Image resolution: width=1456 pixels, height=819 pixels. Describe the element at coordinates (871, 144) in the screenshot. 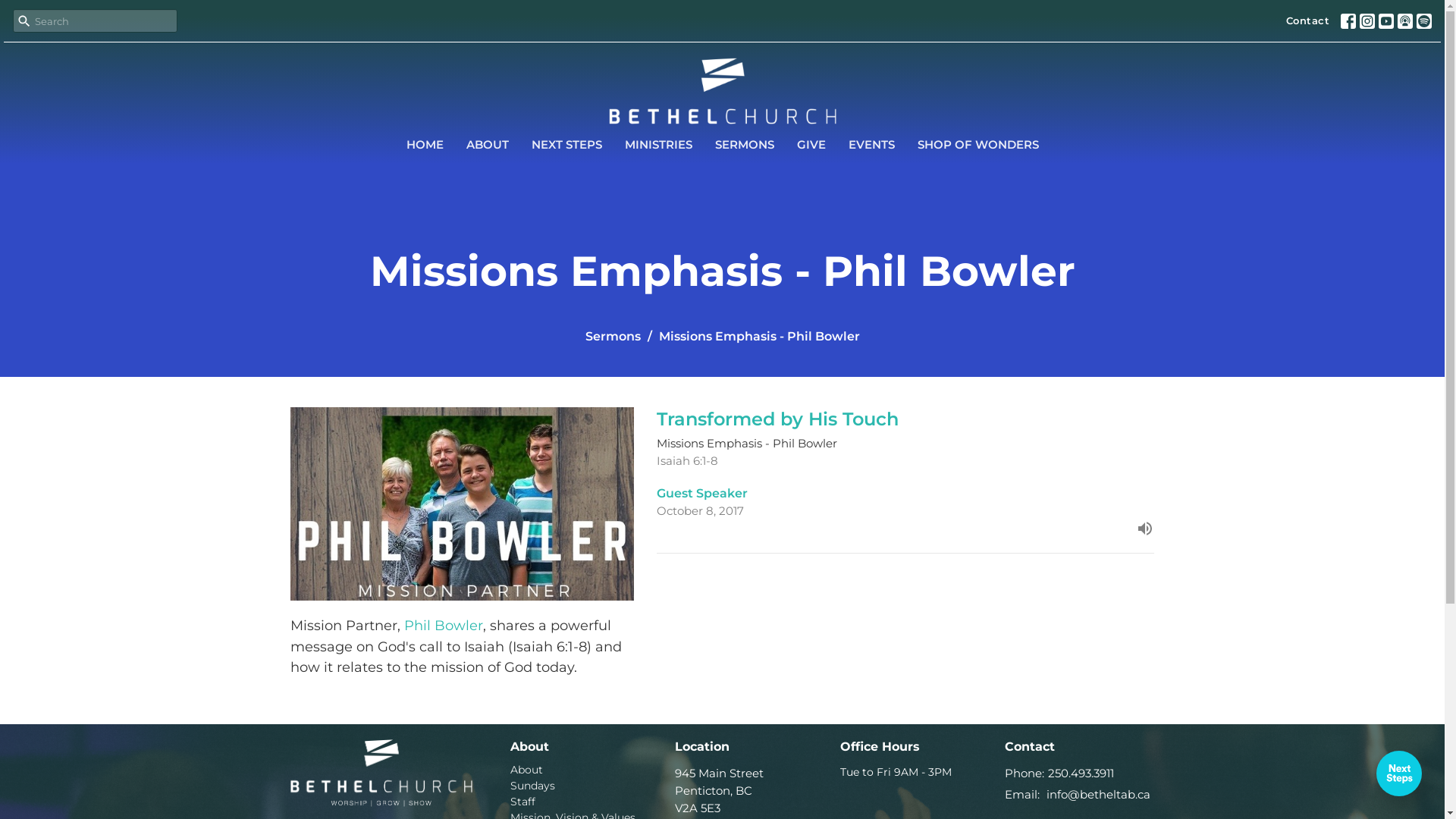

I see `'EVENTS'` at that location.